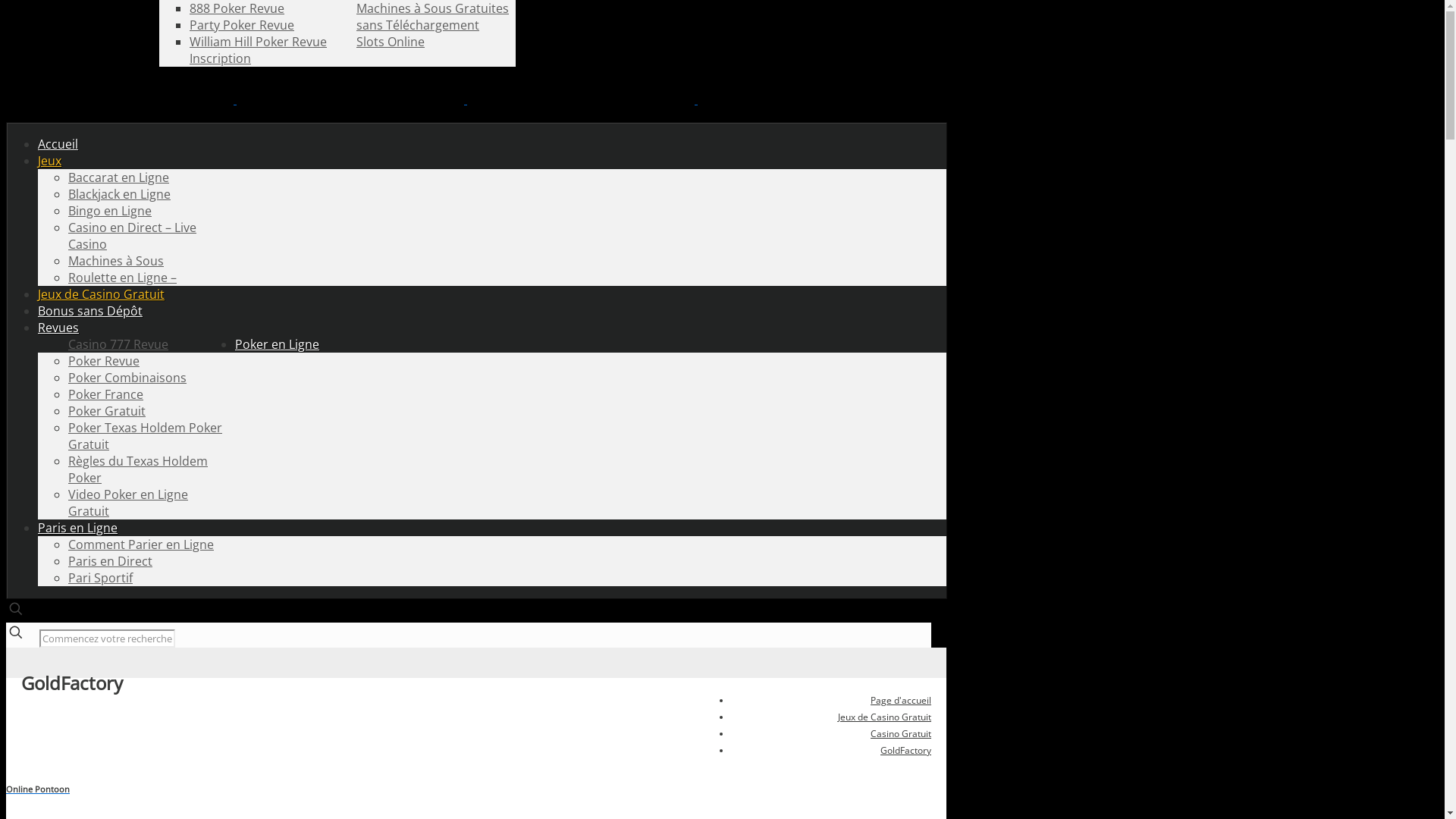 The height and width of the screenshot is (819, 1456). I want to click on 'Bingo en Ligne', so click(108, 210).